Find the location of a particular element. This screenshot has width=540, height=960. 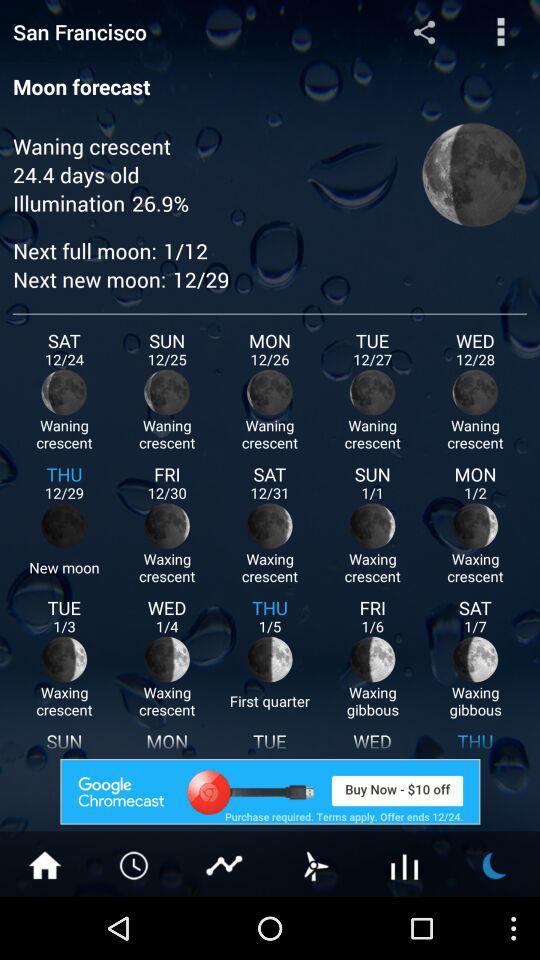

buy selection is located at coordinates (270, 791).